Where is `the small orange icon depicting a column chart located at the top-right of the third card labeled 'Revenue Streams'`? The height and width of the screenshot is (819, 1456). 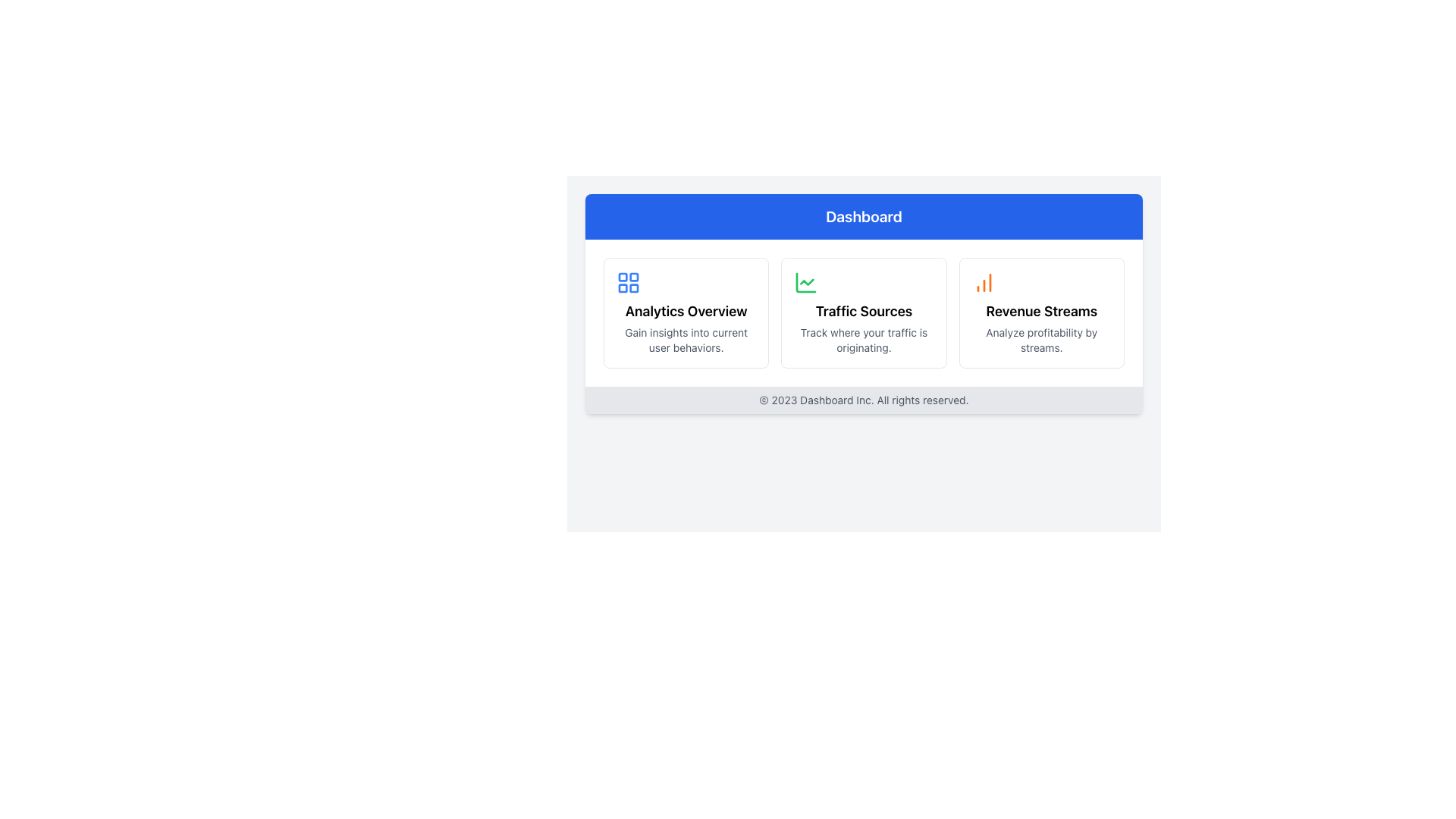 the small orange icon depicting a column chart located at the top-right of the third card labeled 'Revenue Streams' is located at coordinates (984, 283).